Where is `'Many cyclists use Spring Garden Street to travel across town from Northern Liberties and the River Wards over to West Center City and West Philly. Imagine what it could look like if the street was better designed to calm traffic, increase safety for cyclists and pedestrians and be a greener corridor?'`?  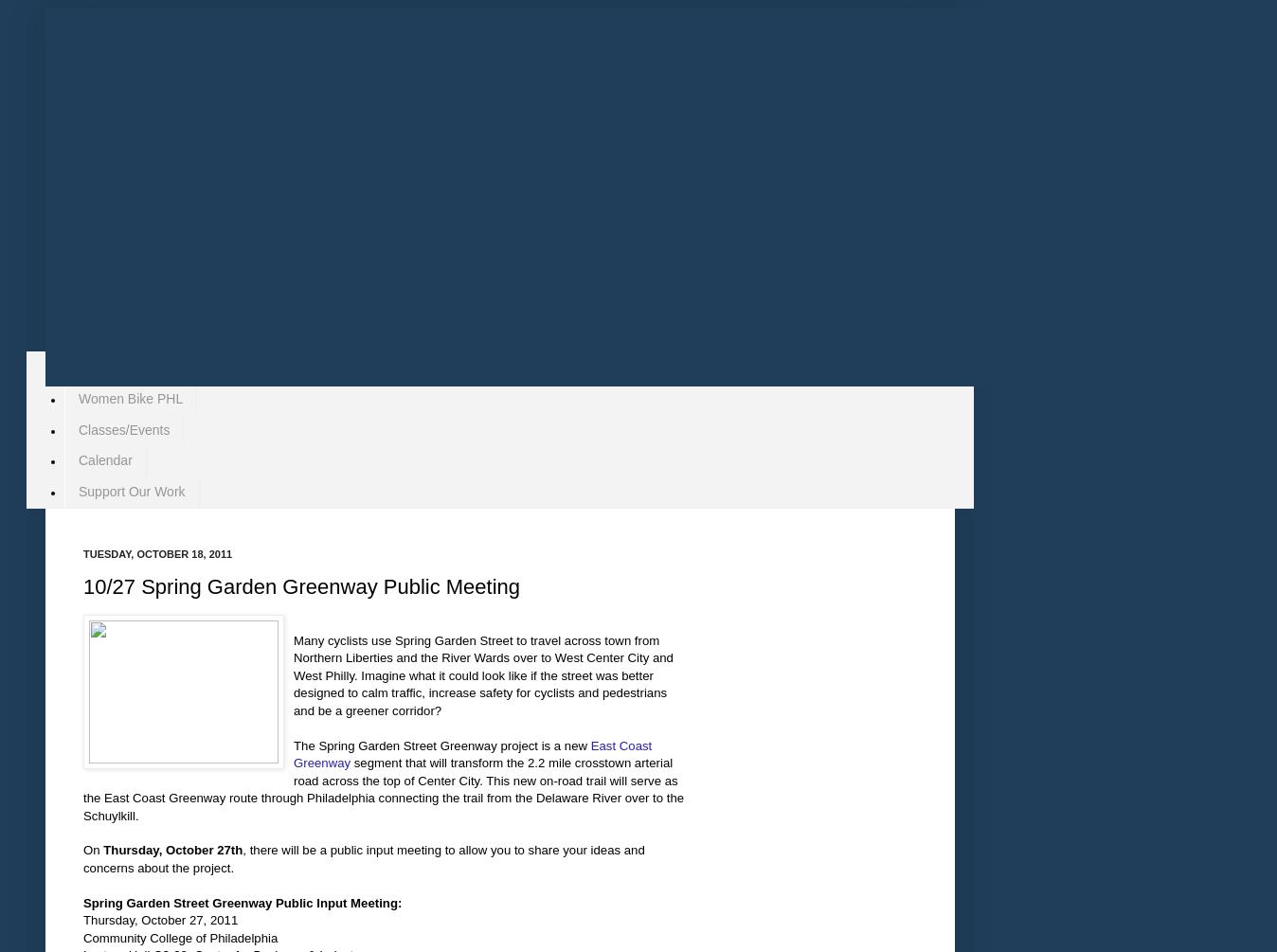 'Many cyclists use Spring Garden Street to travel across town from Northern Liberties and the River Wards over to West Center City and West Philly. Imagine what it could look like if the street was better designed to calm traffic, increase safety for cyclists and pedestrians and be a greener corridor?' is located at coordinates (482, 674).